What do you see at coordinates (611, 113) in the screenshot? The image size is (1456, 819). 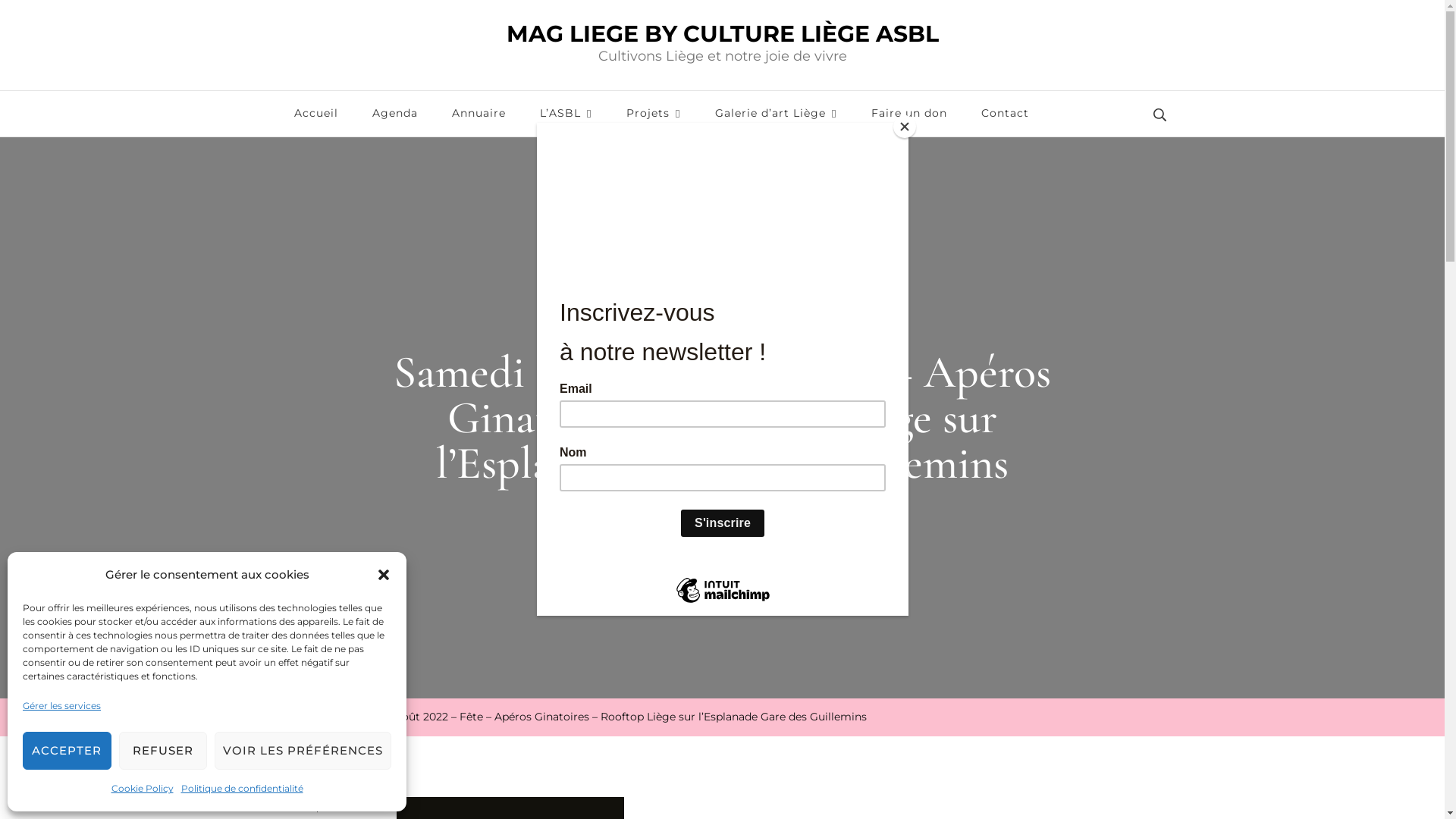 I see `'Projets'` at bounding box center [611, 113].